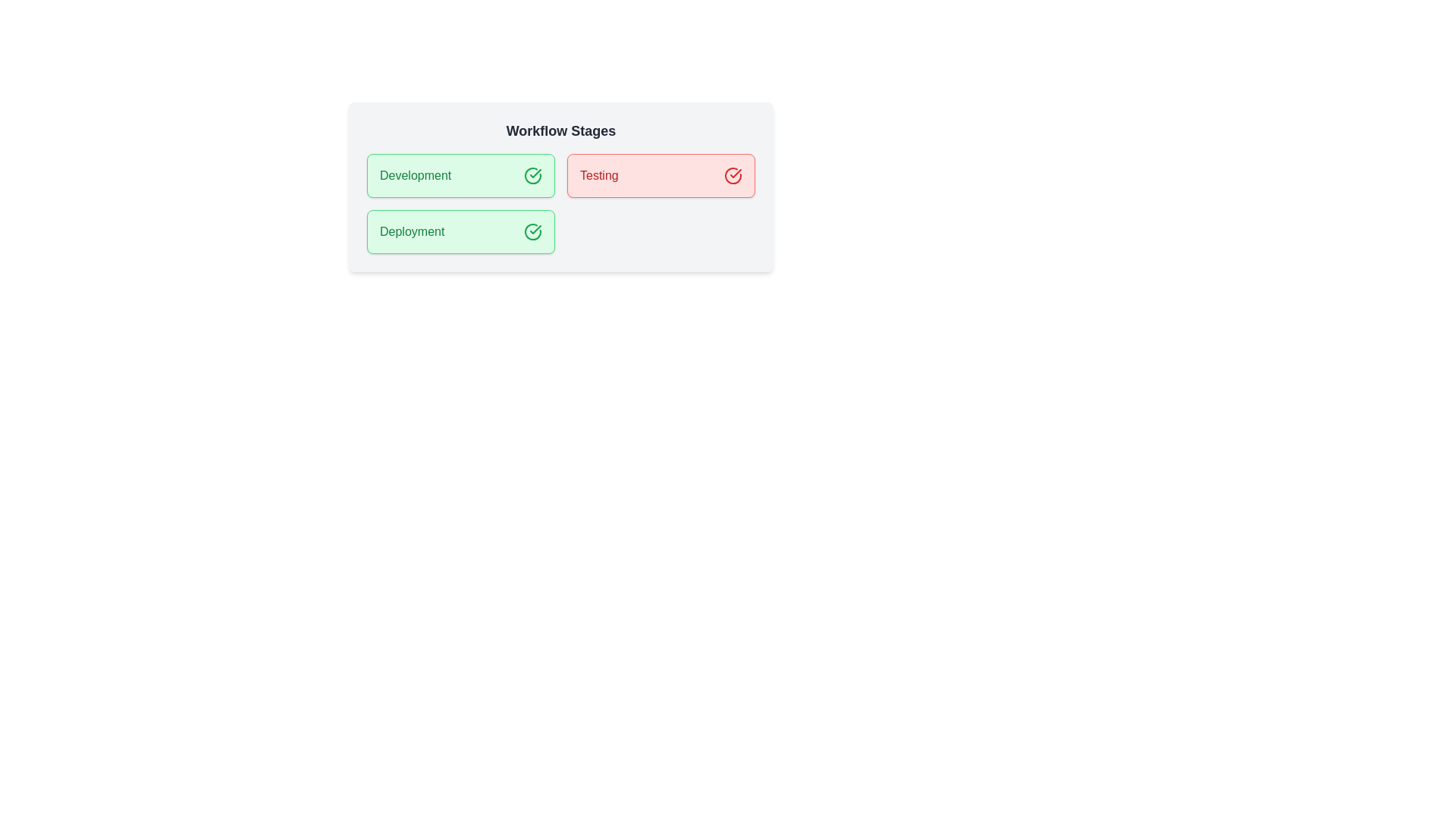 The width and height of the screenshot is (1456, 819). Describe the element at coordinates (733, 174) in the screenshot. I see `the graphical element within the SVG icon that signifies the status associated with the 'Testing' label, located at the top right corner of the workflow stages component` at that location.